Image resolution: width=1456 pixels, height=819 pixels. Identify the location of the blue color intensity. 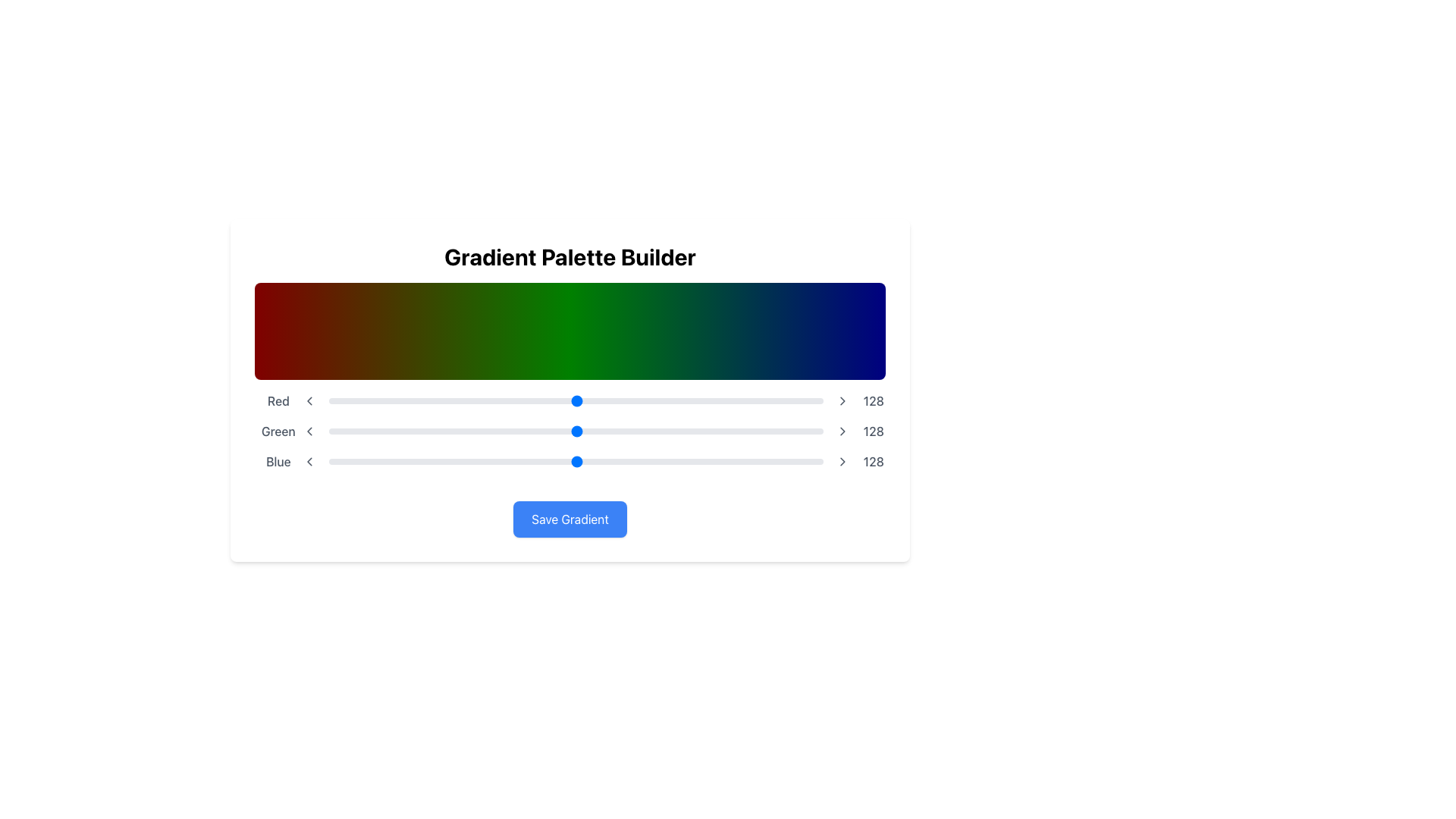
(362, 458).